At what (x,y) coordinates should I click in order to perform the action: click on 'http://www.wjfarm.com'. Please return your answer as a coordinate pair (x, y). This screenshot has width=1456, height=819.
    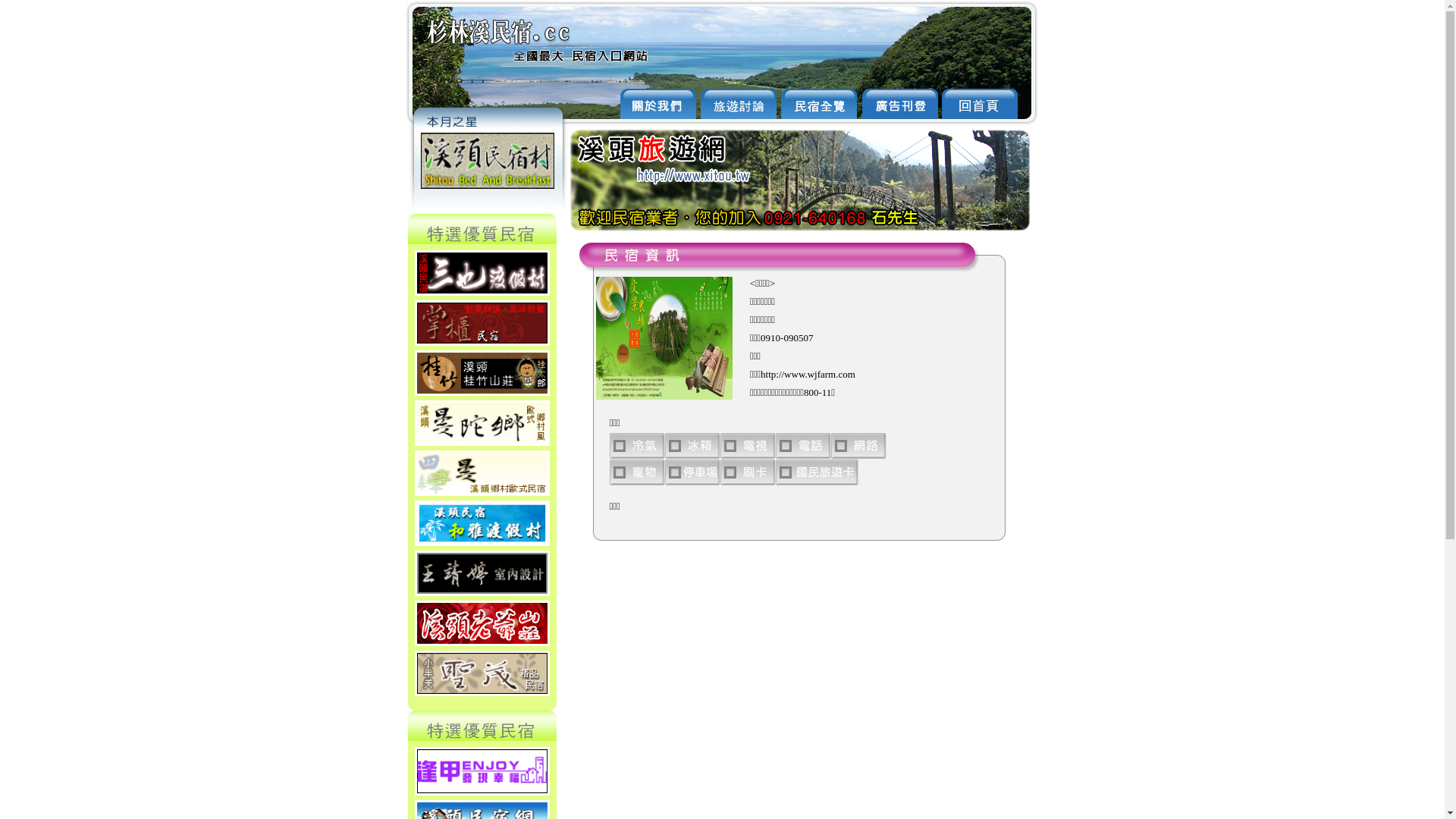
    Looking at the image, I should click on (807, 374).